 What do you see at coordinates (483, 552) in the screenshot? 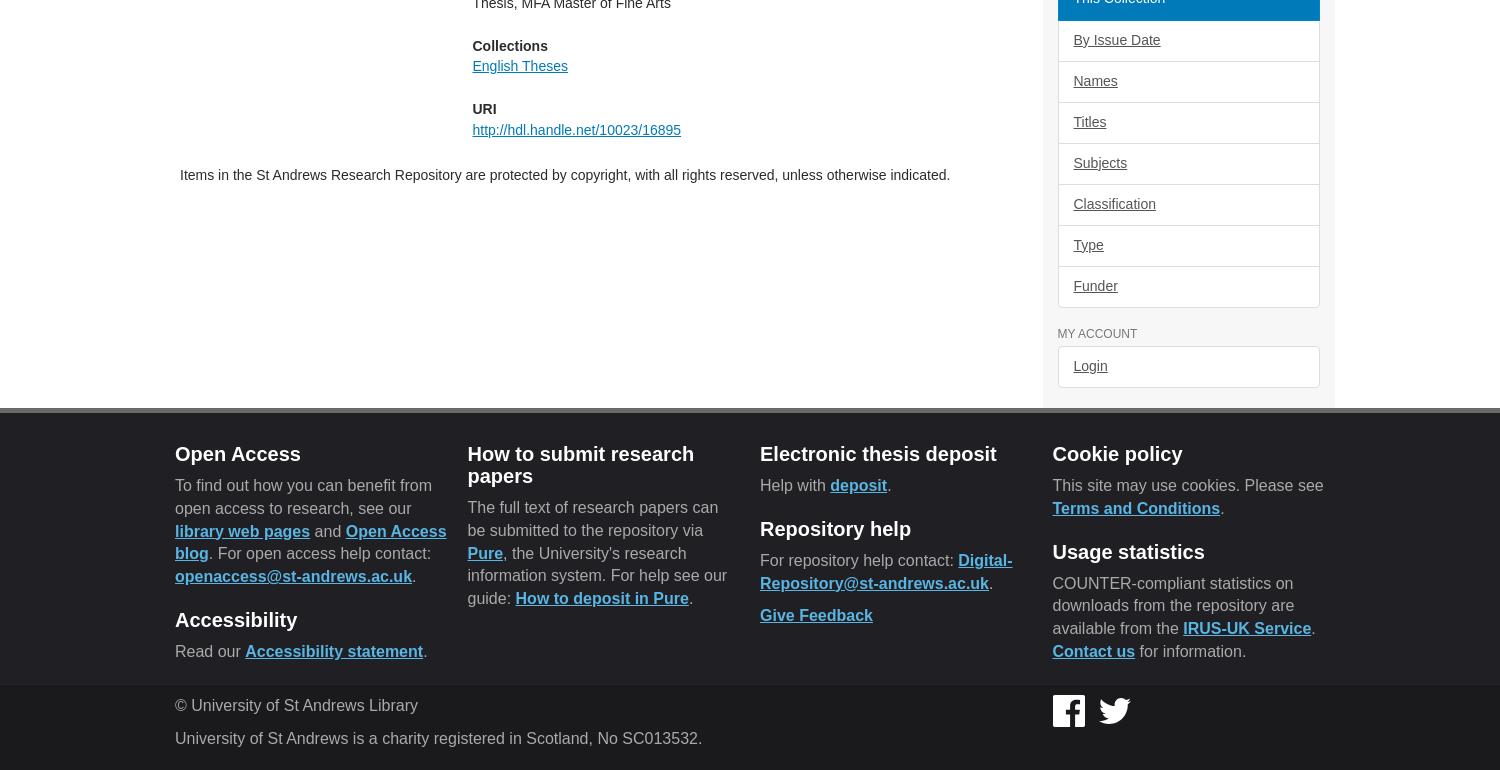
I see `'Pure'` at bounding box center [483, 552].